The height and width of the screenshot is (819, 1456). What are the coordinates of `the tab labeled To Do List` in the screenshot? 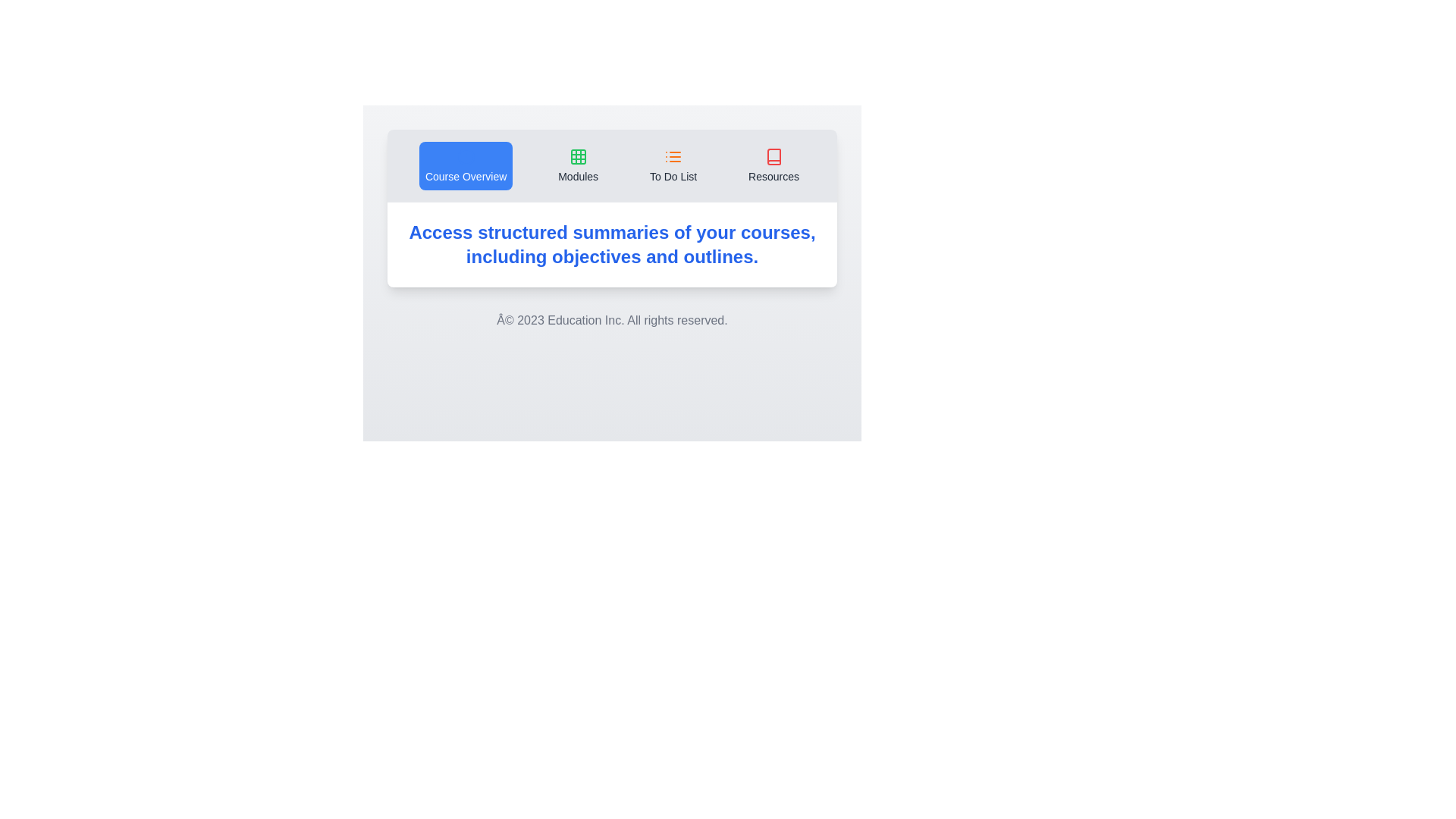 It's located at (673, 166).